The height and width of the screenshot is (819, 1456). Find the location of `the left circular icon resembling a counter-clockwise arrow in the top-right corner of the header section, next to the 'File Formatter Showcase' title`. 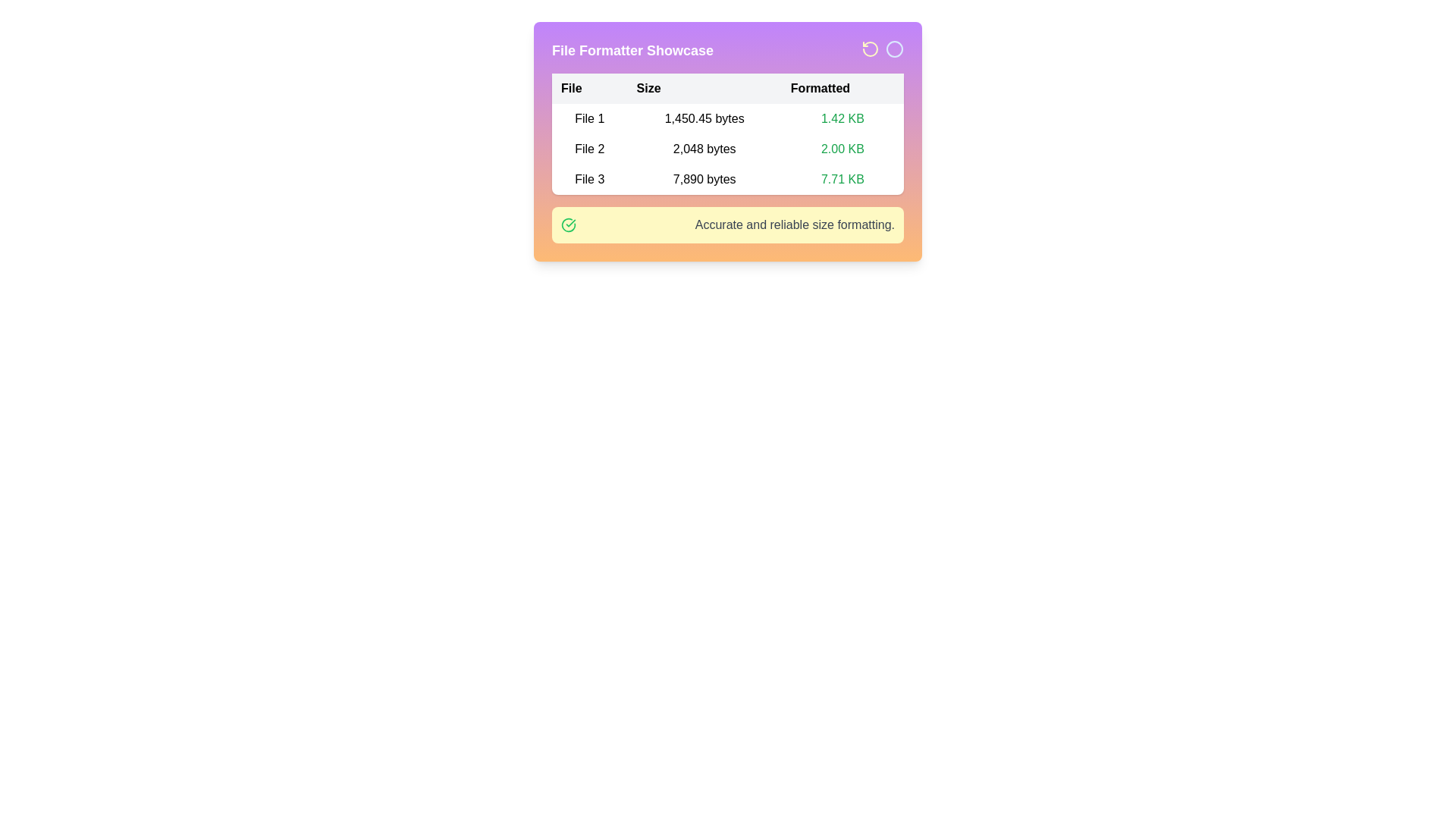

the left circular icon resembling a counter-clockwise arrow in the top-right corner of the header section, next to the 'File Formatter Showcase' title is located at coordinates (882, 49).